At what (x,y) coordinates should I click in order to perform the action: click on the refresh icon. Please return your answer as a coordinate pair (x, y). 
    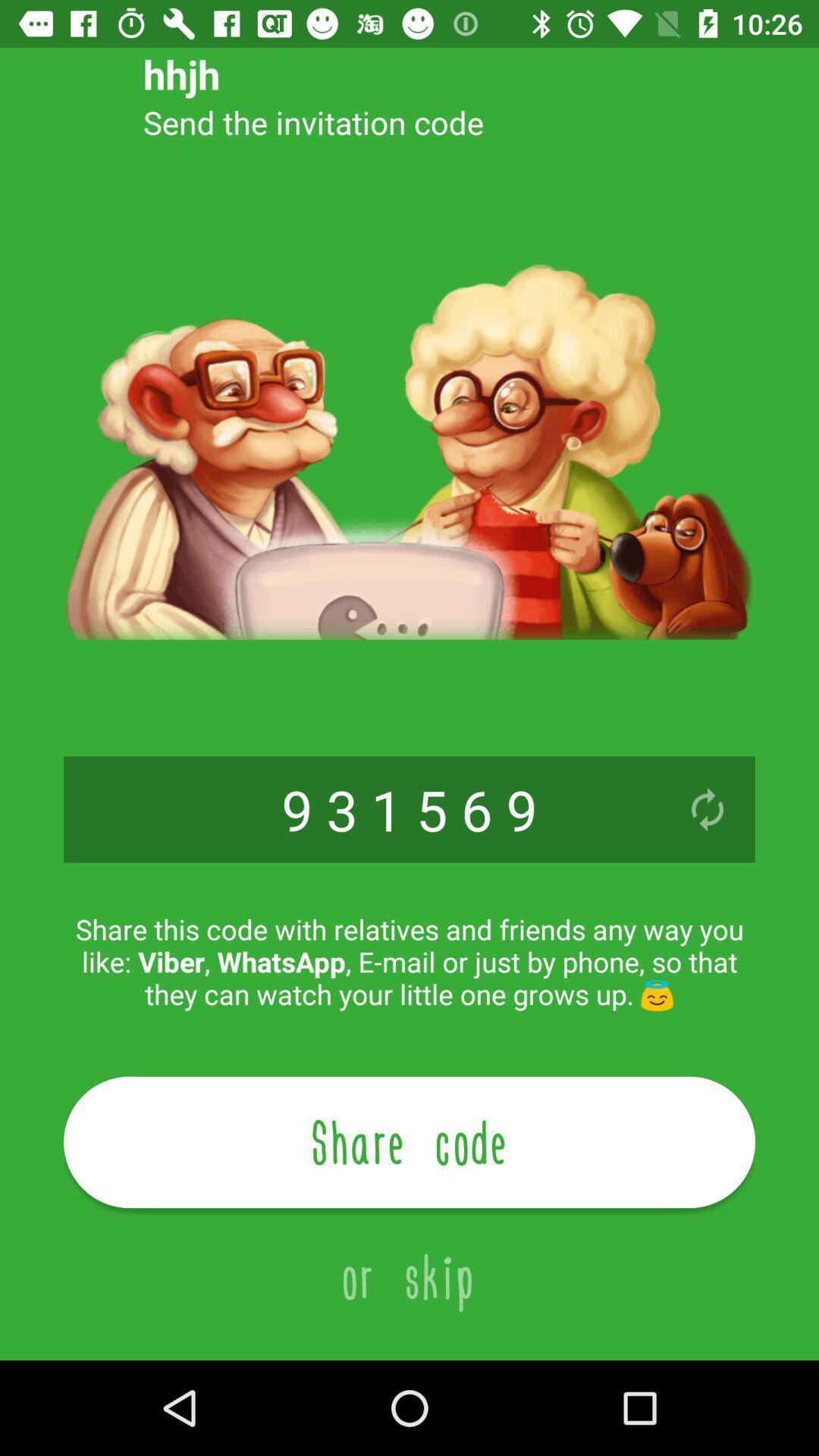
    Looking at the image, I should click on (708, 808).